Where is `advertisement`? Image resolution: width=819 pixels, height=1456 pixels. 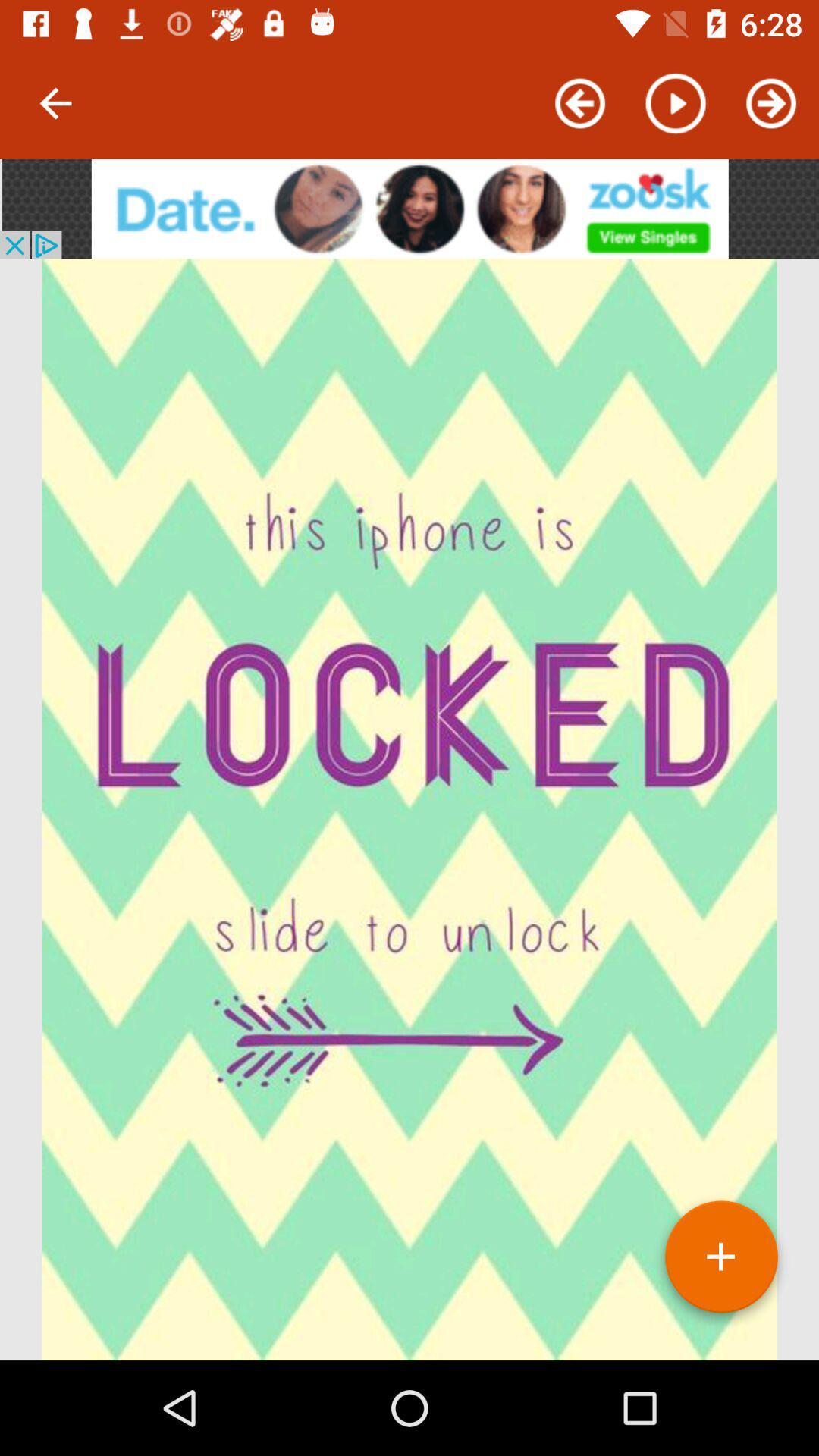
advertisement is located at coordinates (409, 208).